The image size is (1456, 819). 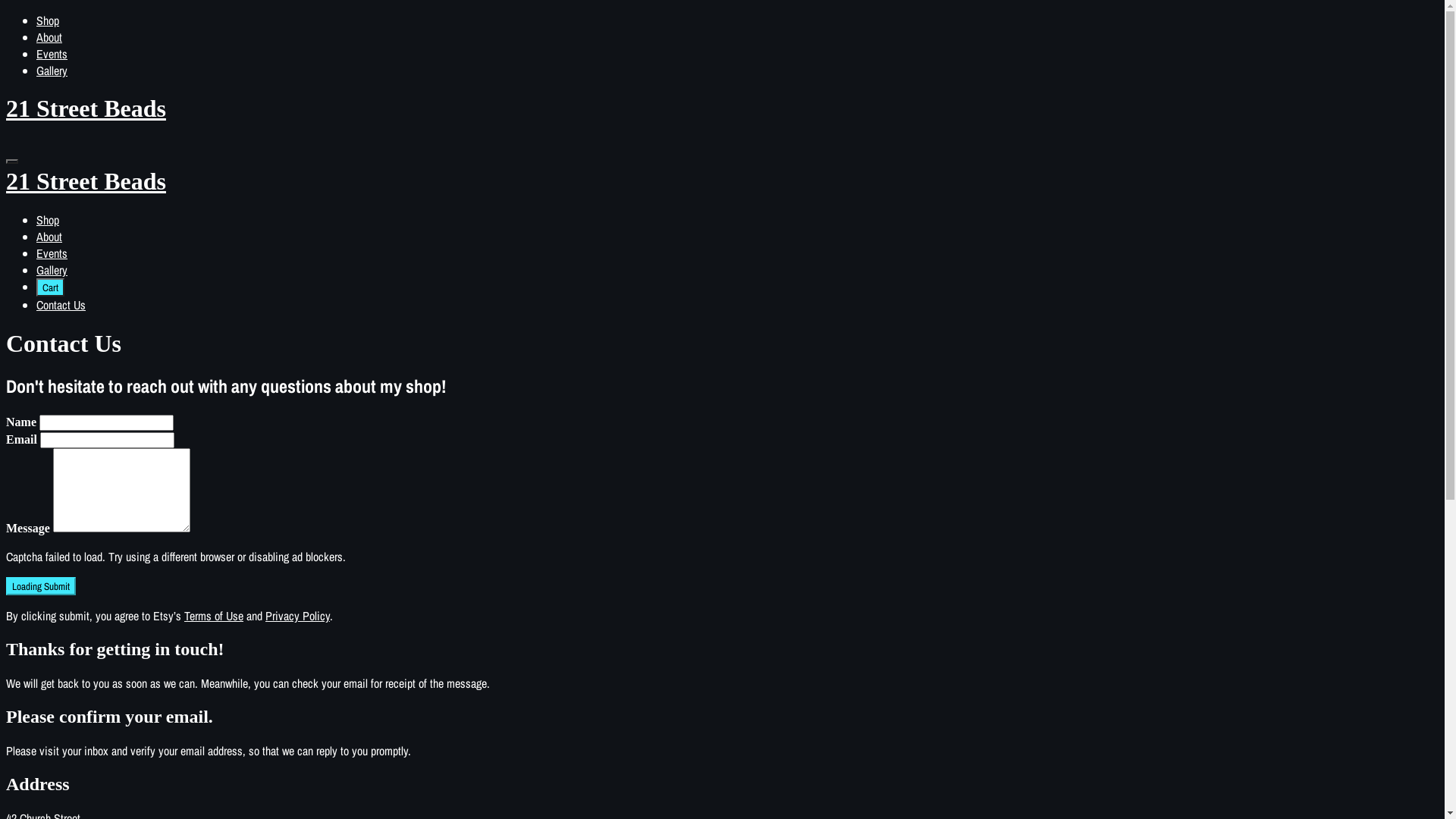 What do you see at coordinates (40, 585) in the screenshot?
I see `'Loading Submit'` at bounding box center [40, 585].